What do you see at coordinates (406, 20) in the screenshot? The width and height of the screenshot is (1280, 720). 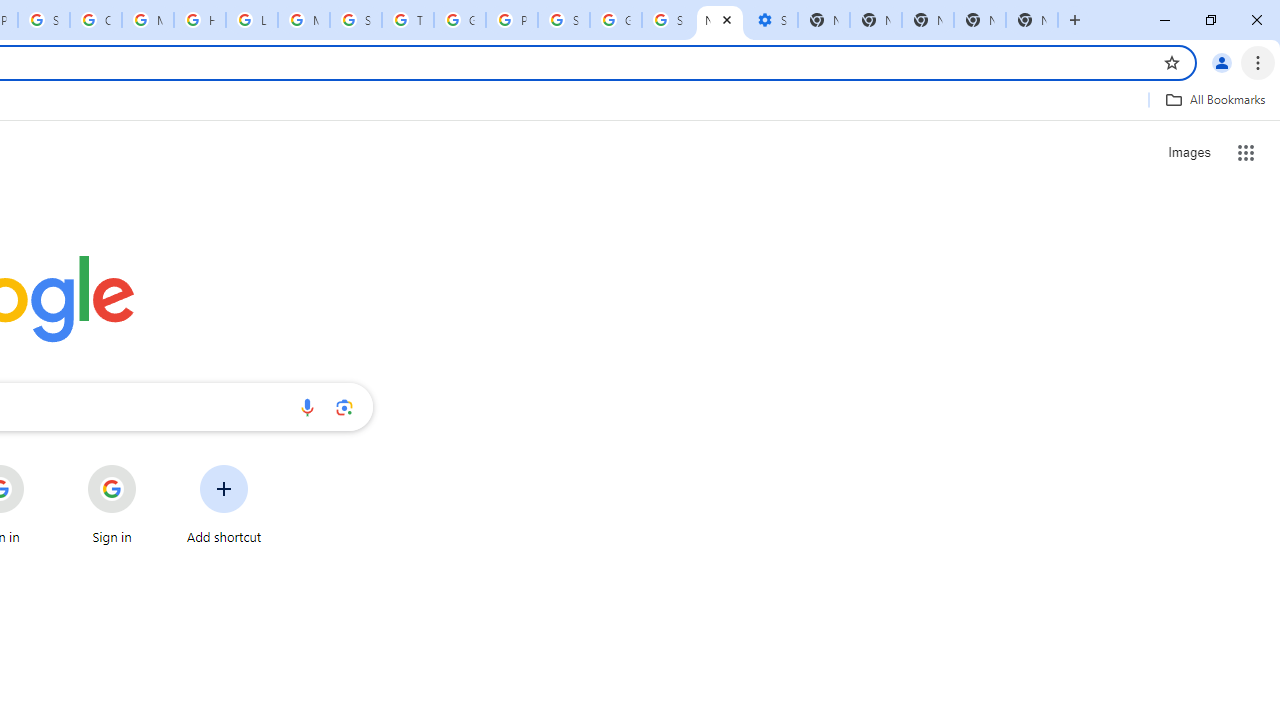 I see `'Trusted Information and Content - Google Safety Center'` at bounding box center [406, 20].